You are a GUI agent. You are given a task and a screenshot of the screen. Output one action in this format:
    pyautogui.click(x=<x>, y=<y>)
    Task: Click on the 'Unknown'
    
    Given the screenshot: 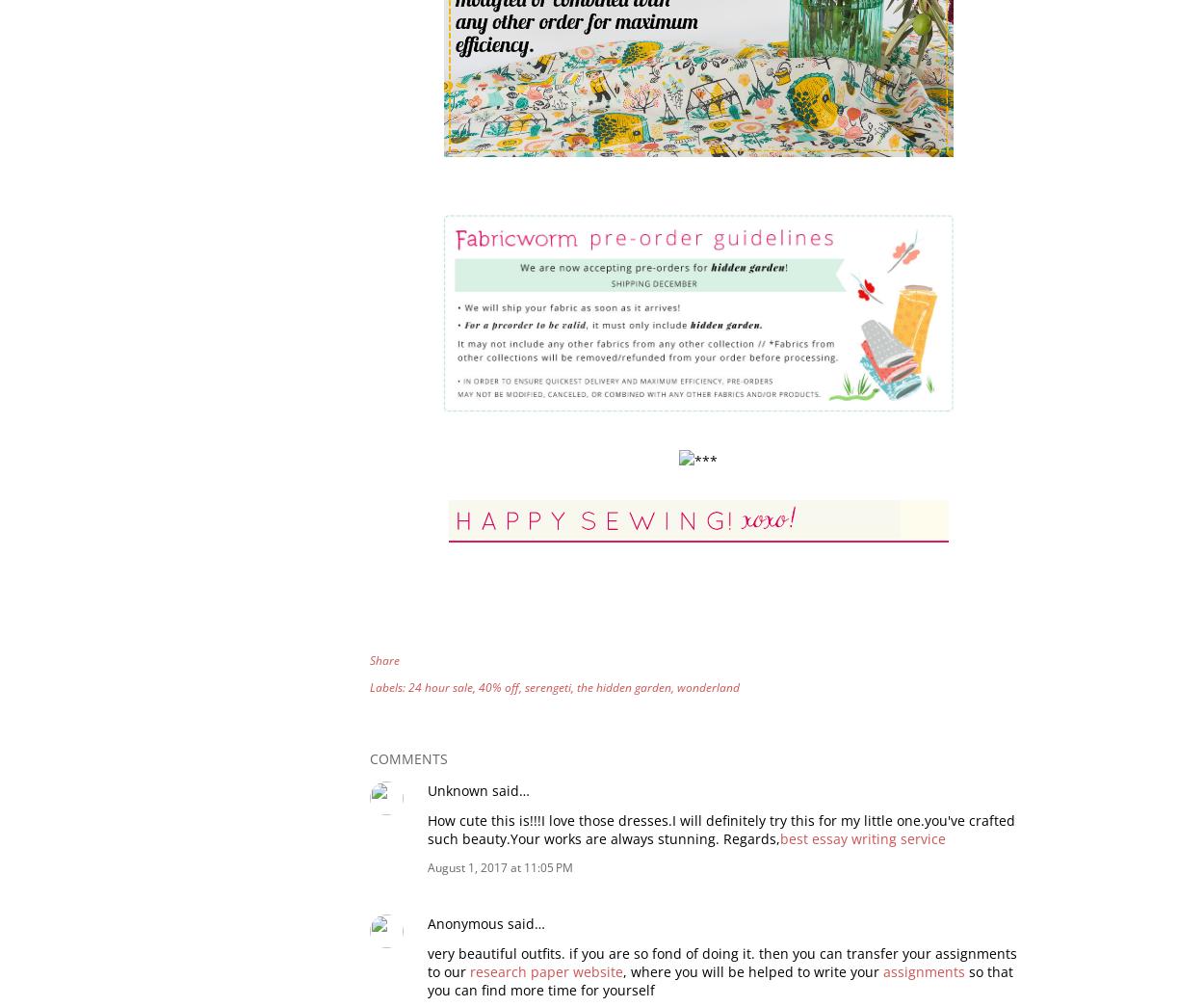 What is the action you would take?
    pyautogui.click(x=427, y=788)
    